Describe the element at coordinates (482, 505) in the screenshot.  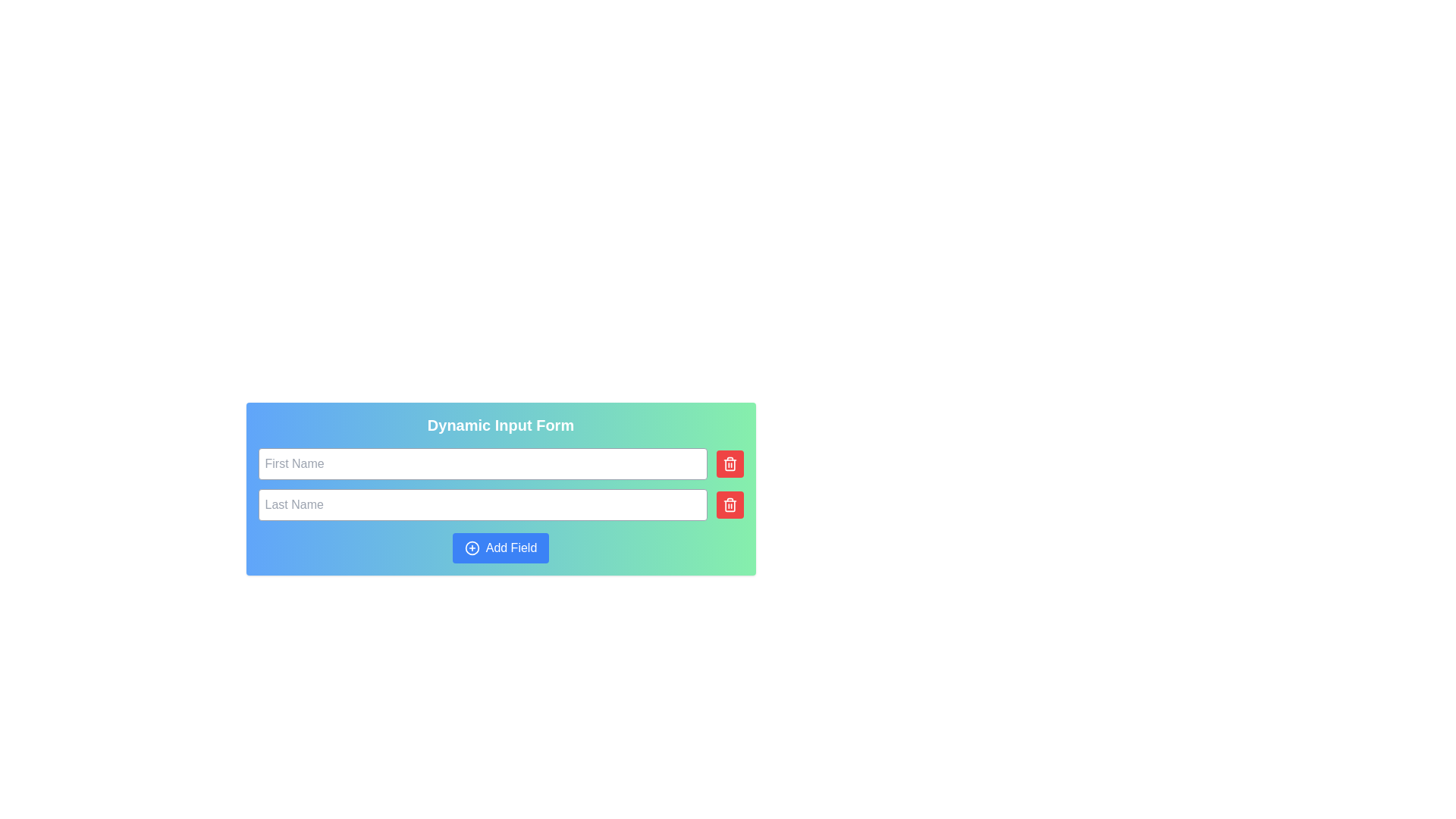
I see `the 'Last Name' input field` at that location.